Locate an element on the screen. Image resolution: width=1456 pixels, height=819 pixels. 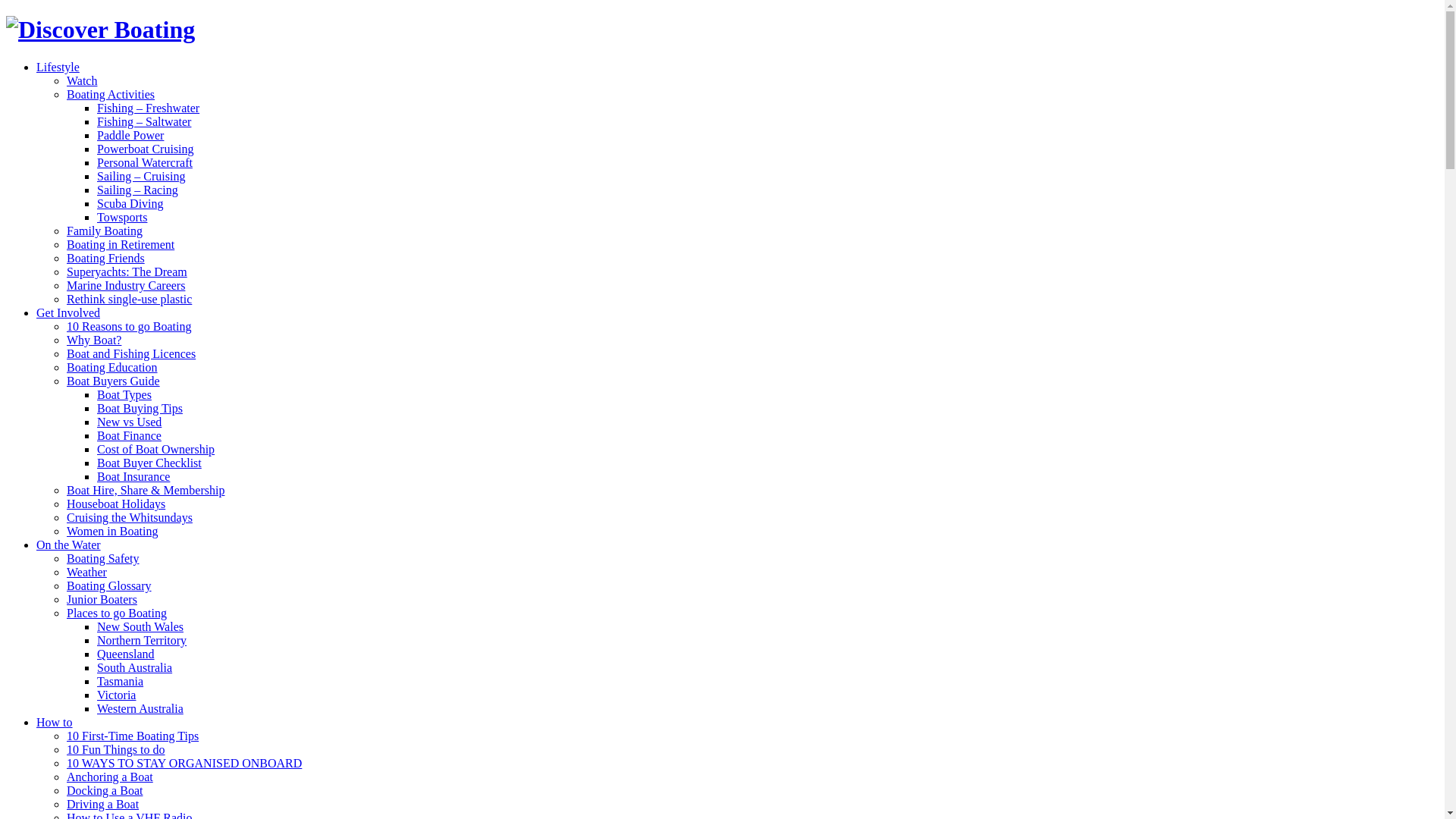
'Powerboat Cruising' is located at coordinates (146, 149).